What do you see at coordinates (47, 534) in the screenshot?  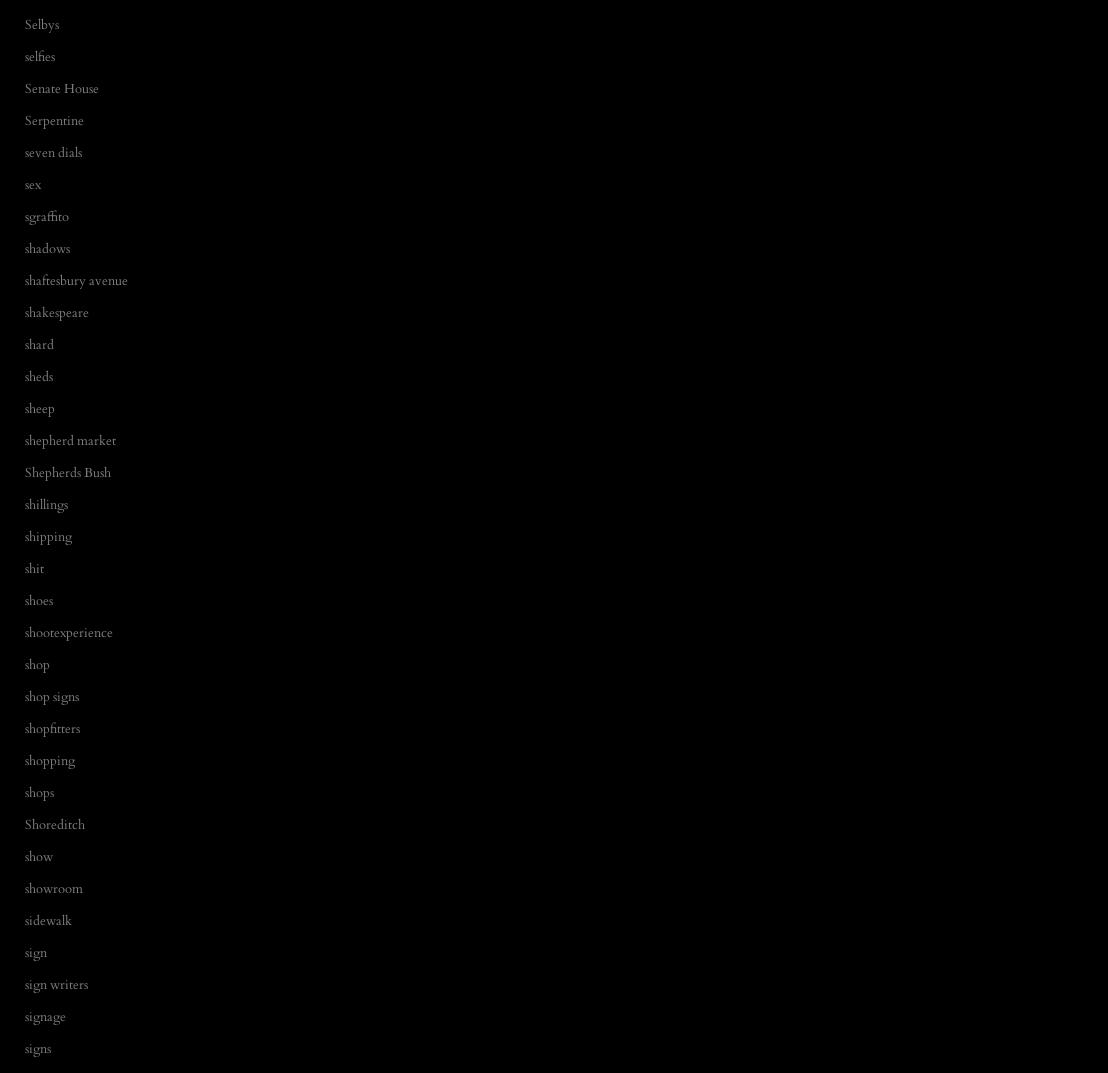 I see `'shipping'` at bounding box center [47, 534].